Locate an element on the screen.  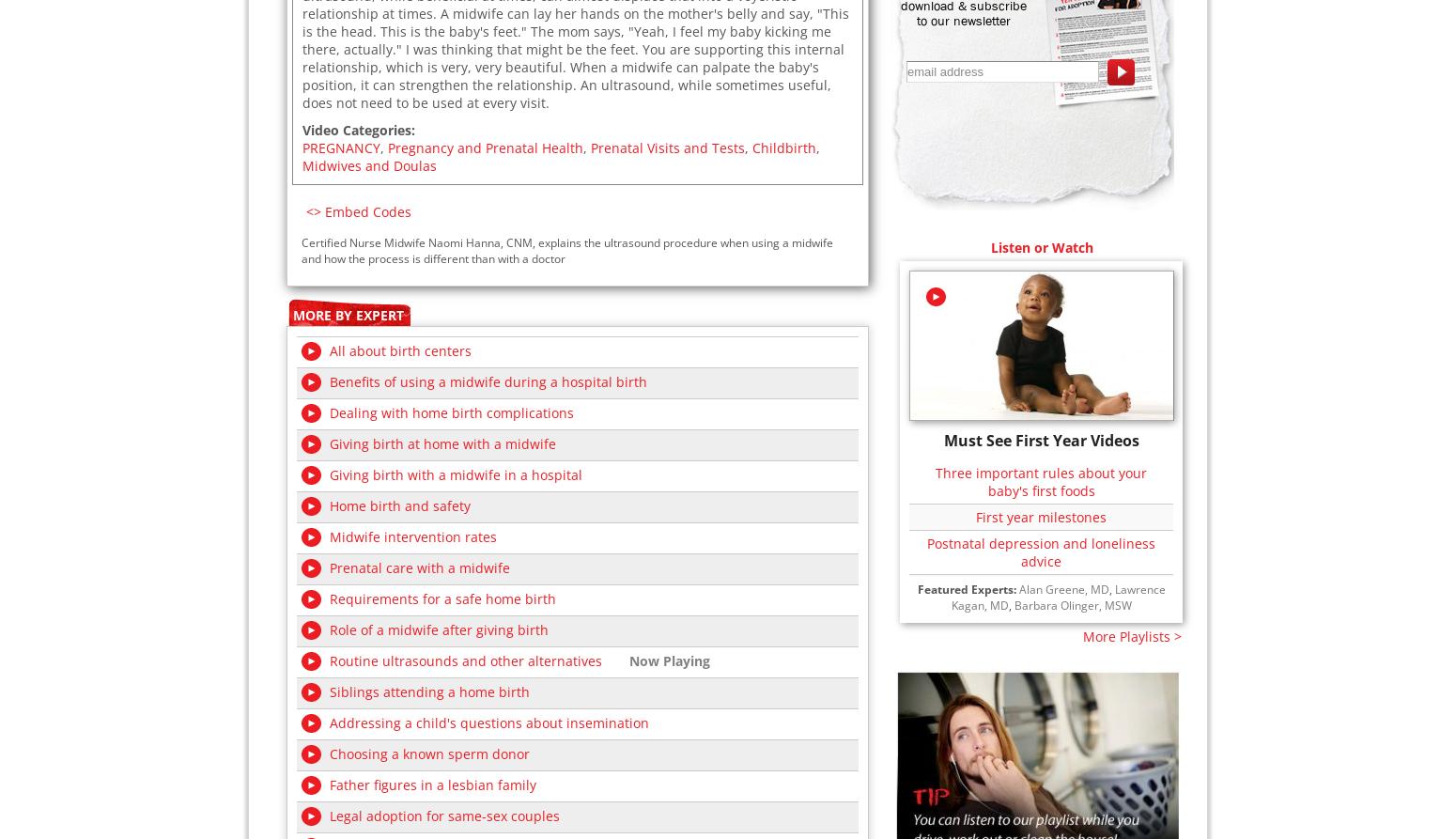
'Postnatal depression and loneliness advice' is located at coordinates (1040, 550).